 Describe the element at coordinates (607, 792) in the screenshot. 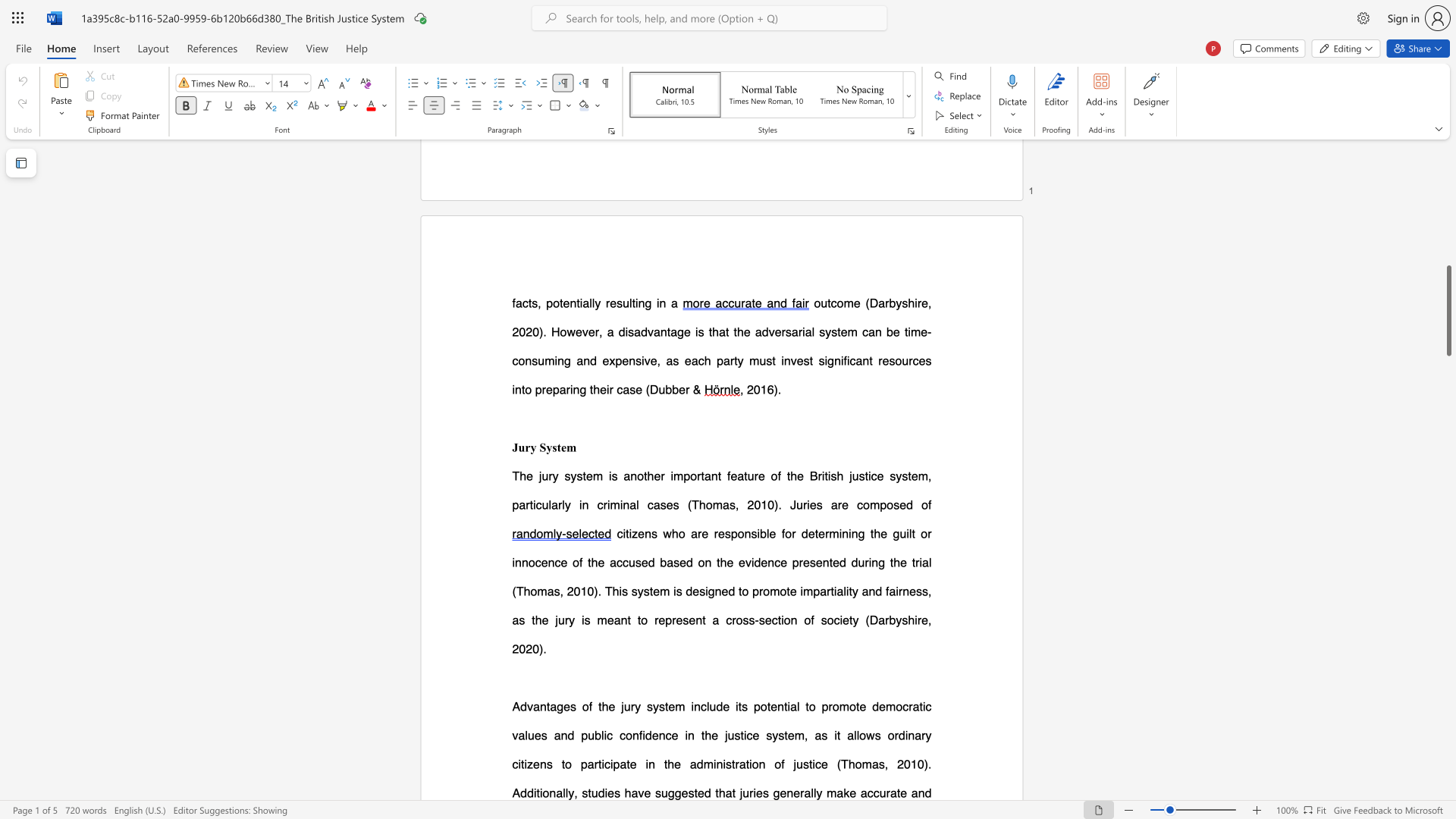

I see `the subset text "es have suggested that juri" within the text "in the administration of justice (Thomas, 2010). Additionally, studies have suggested that juries"` at that location.